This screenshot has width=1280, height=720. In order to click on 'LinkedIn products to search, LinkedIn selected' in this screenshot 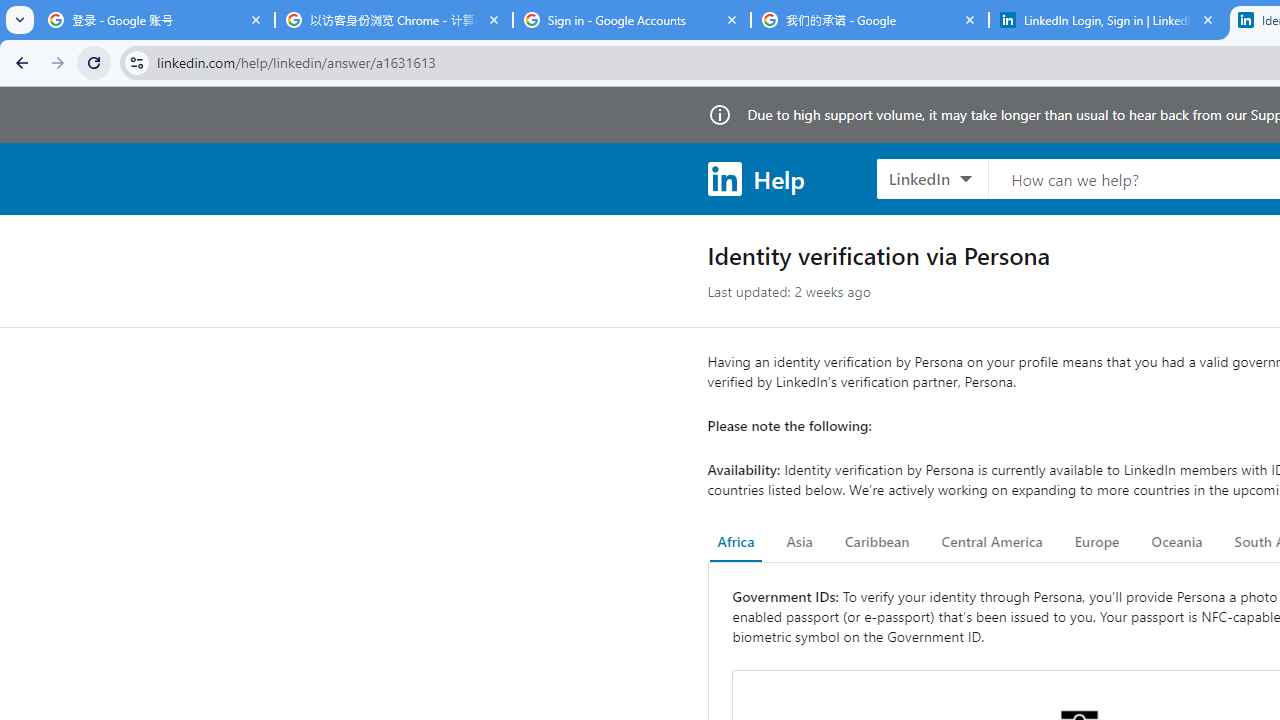, I will do `click(931, 177)`.